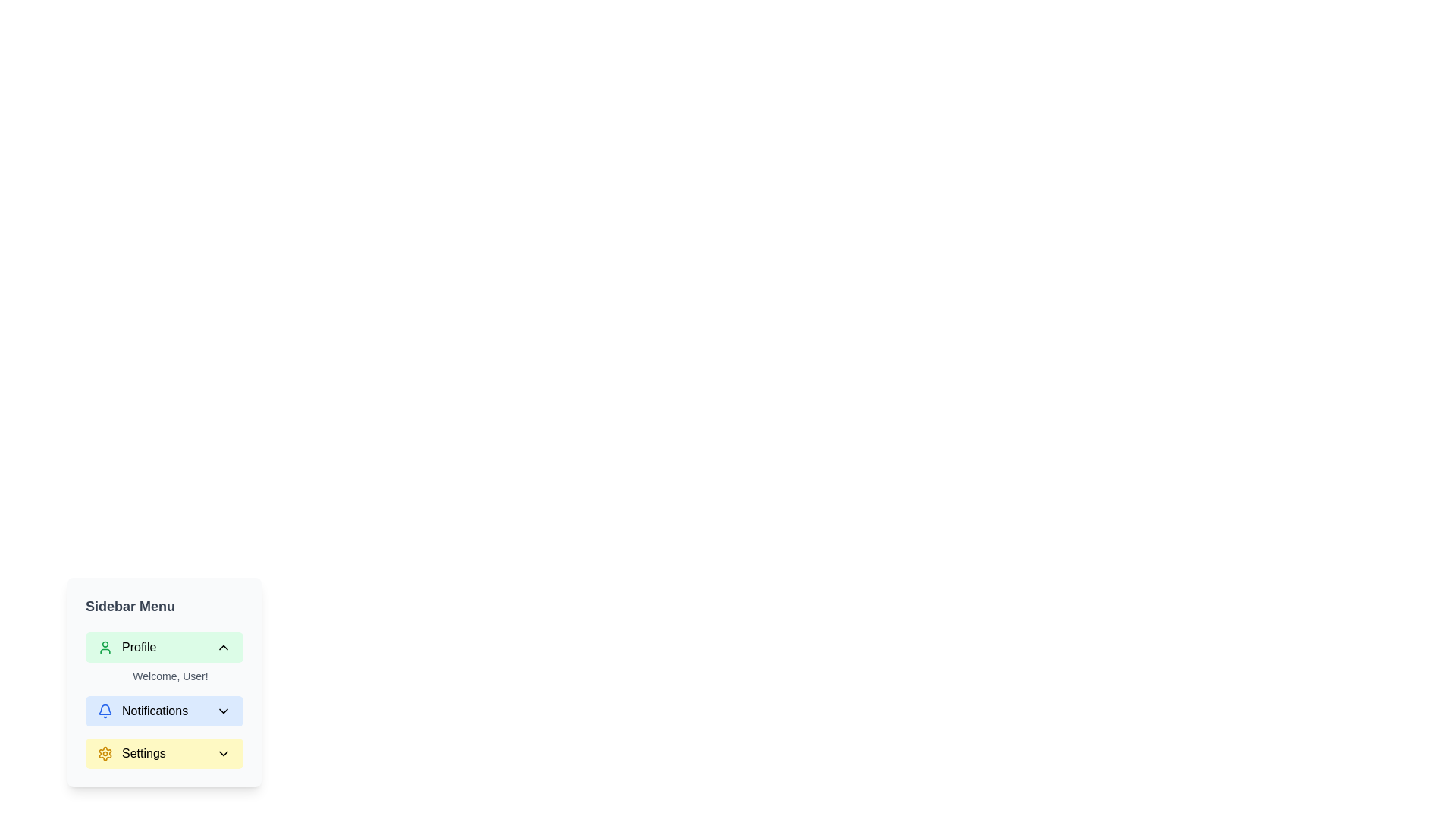  Describe the element at coordinates (127, 647) in the screenshot. I see `the 'Profile' text label in the sidebar menu, which is used for navigating to the user's profile section` at that location.